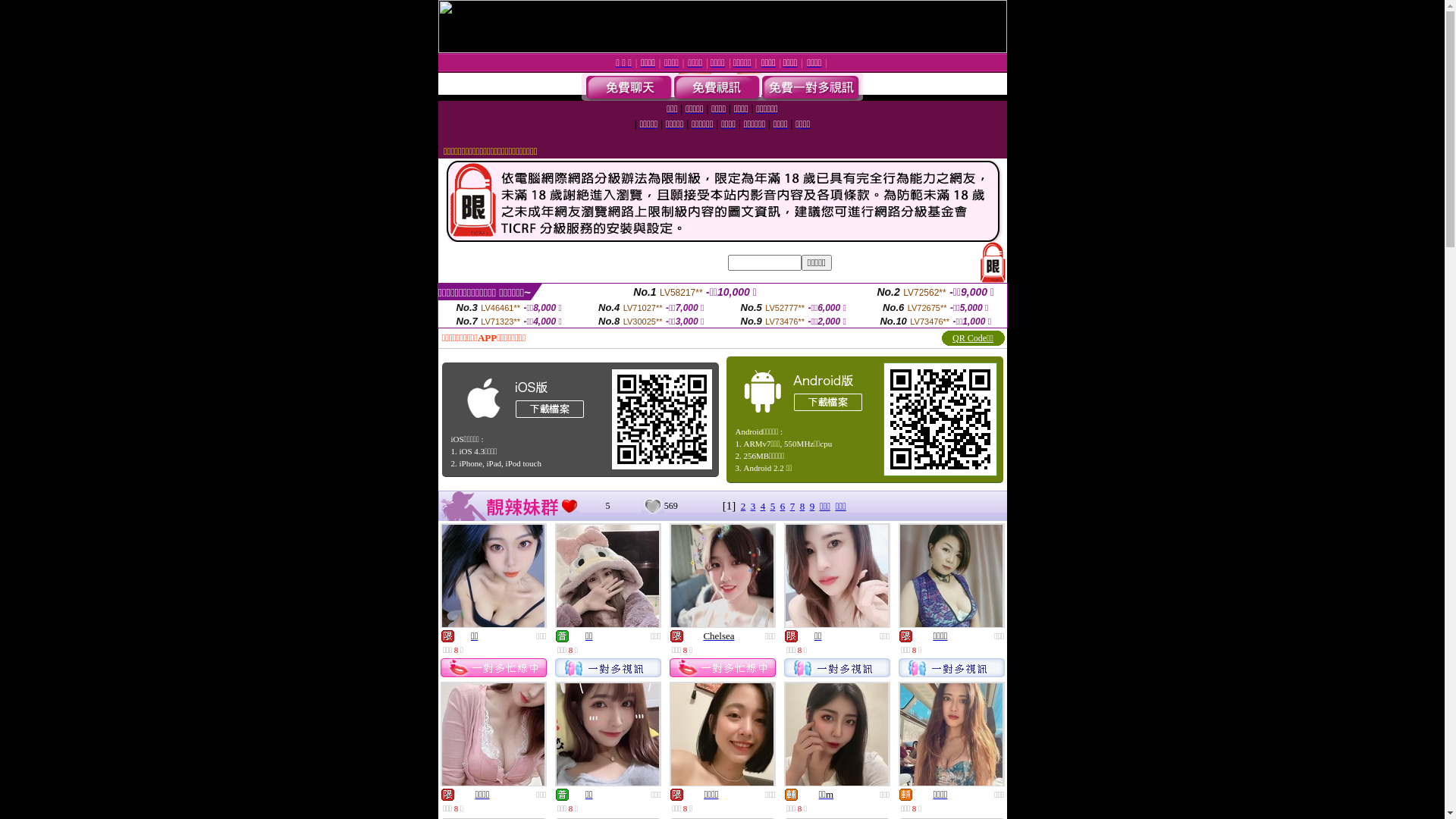 The image size is (1456, 819). Describe the element at coordinates (773, 506) in the screenshot. I see `'5'` at that location.